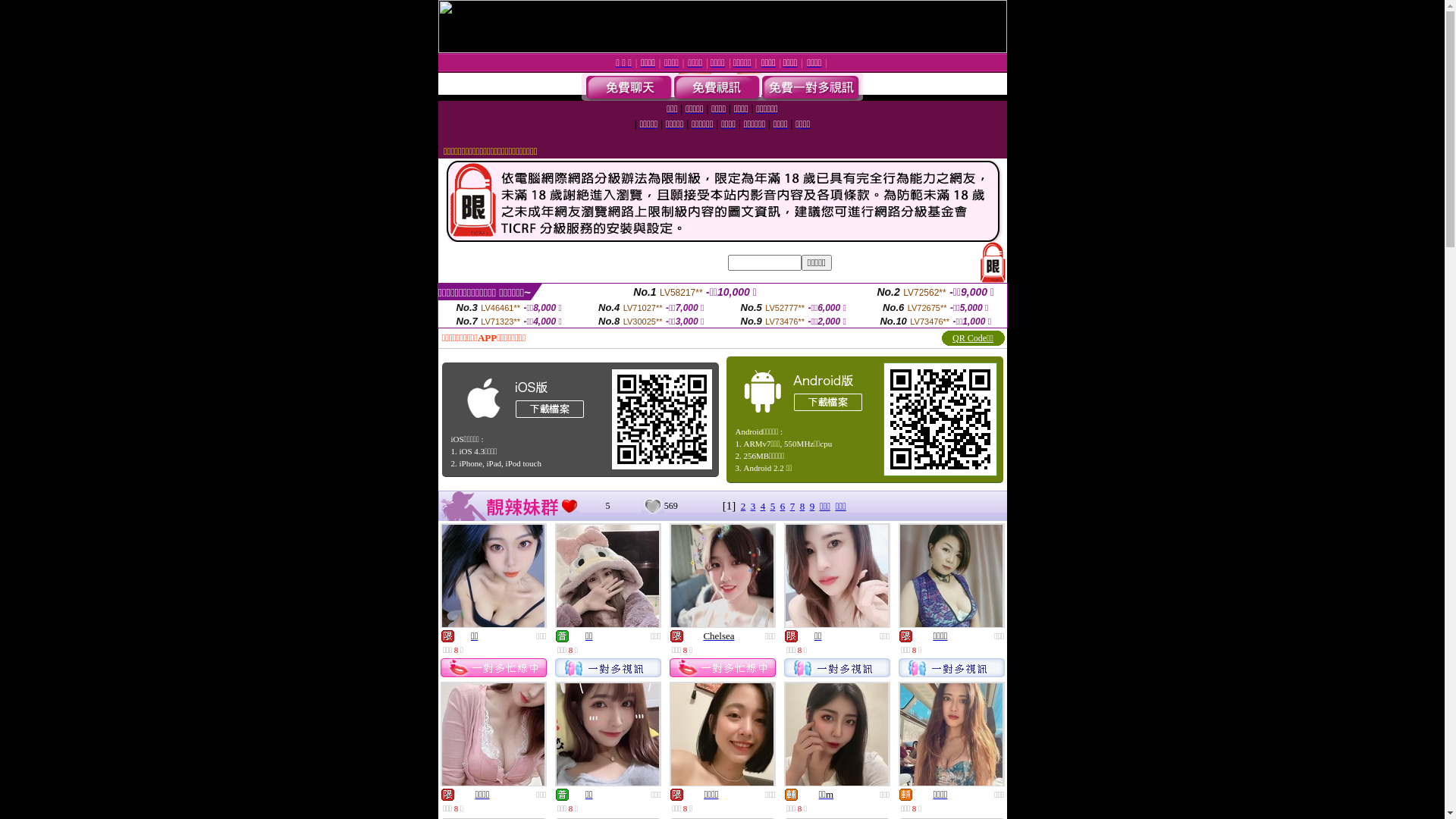 The image size is (1456, 819). Describe the element at coordinates (773, 506) in the screenshot. I see `'5'` at that location.